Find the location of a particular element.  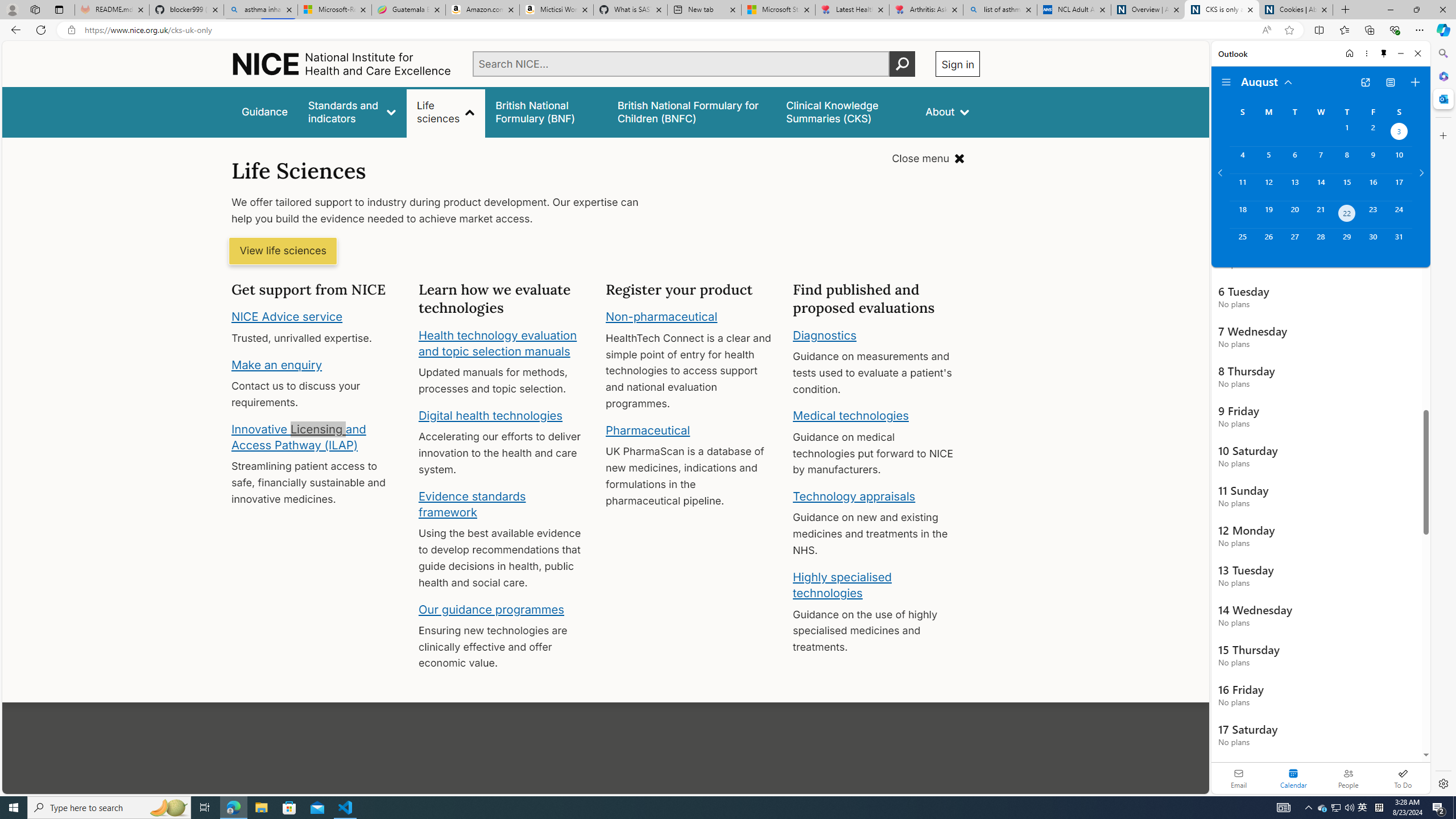

'CKS is only available in the UK | NICE' is located at coordinates (1222, 9).